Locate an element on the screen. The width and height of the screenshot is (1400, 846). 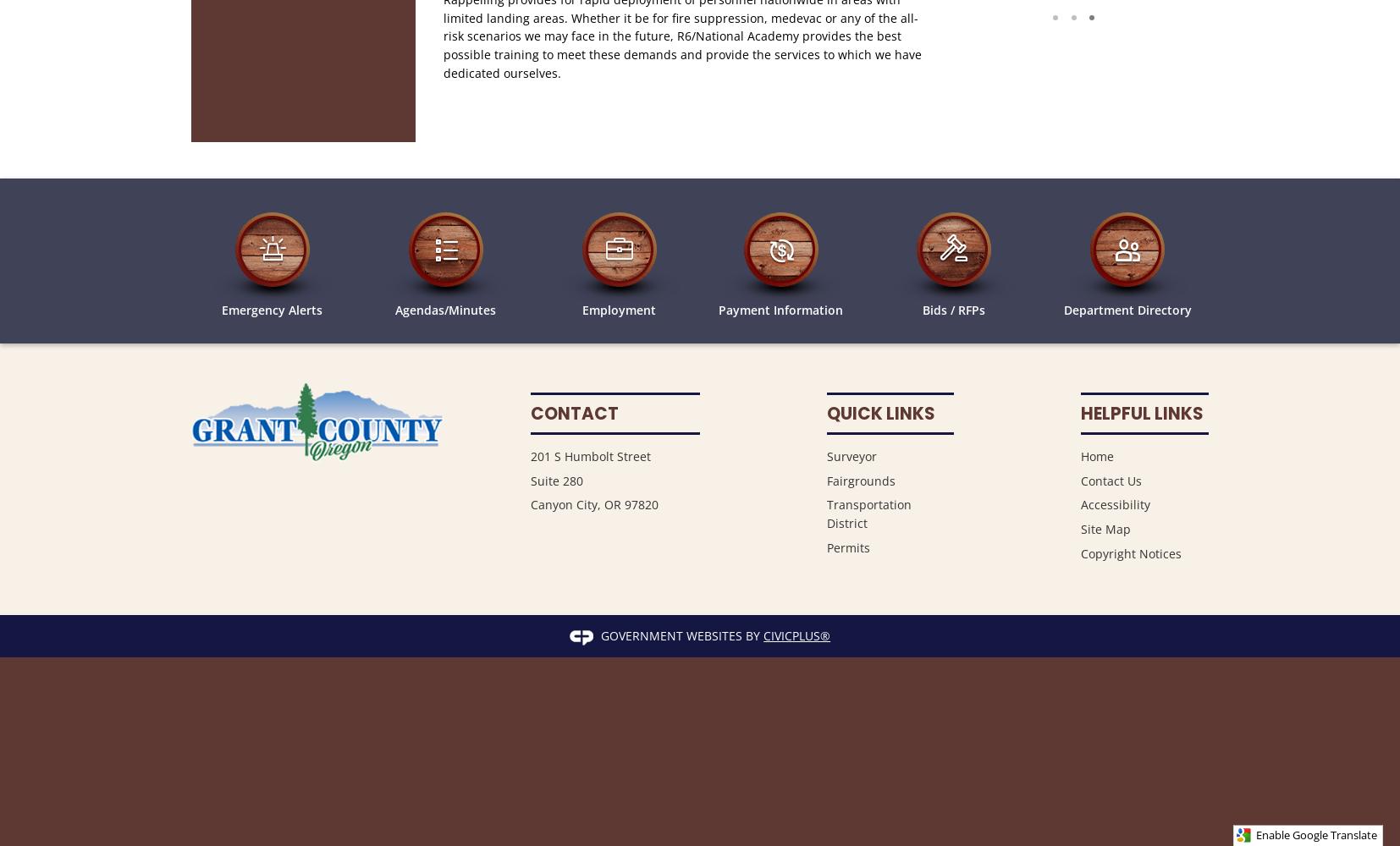
'3' is located at coordinates (1112, 17).